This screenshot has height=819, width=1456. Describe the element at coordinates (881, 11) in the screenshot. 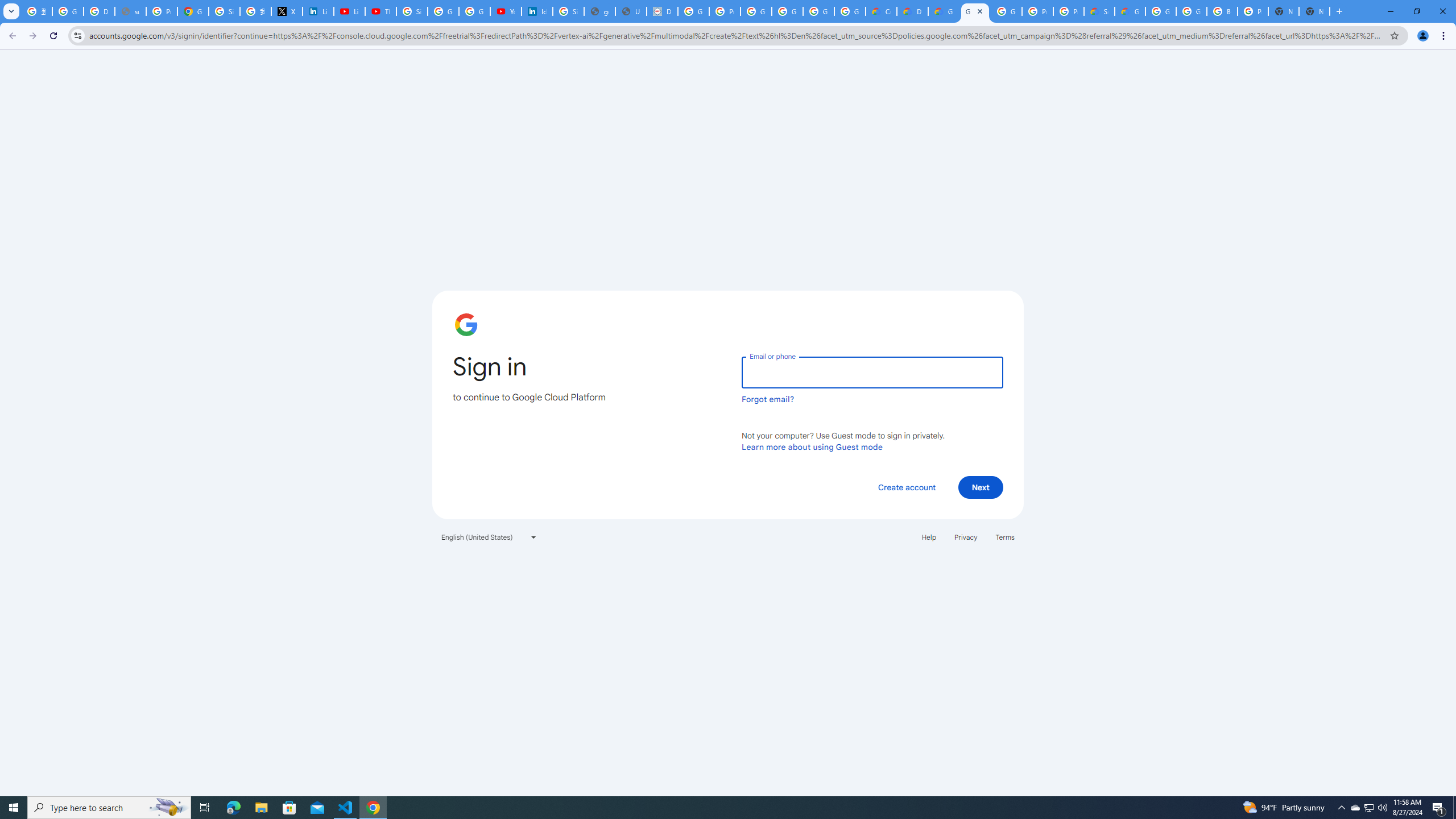

I see `'Customer Care | Google Cloud'` at that location.